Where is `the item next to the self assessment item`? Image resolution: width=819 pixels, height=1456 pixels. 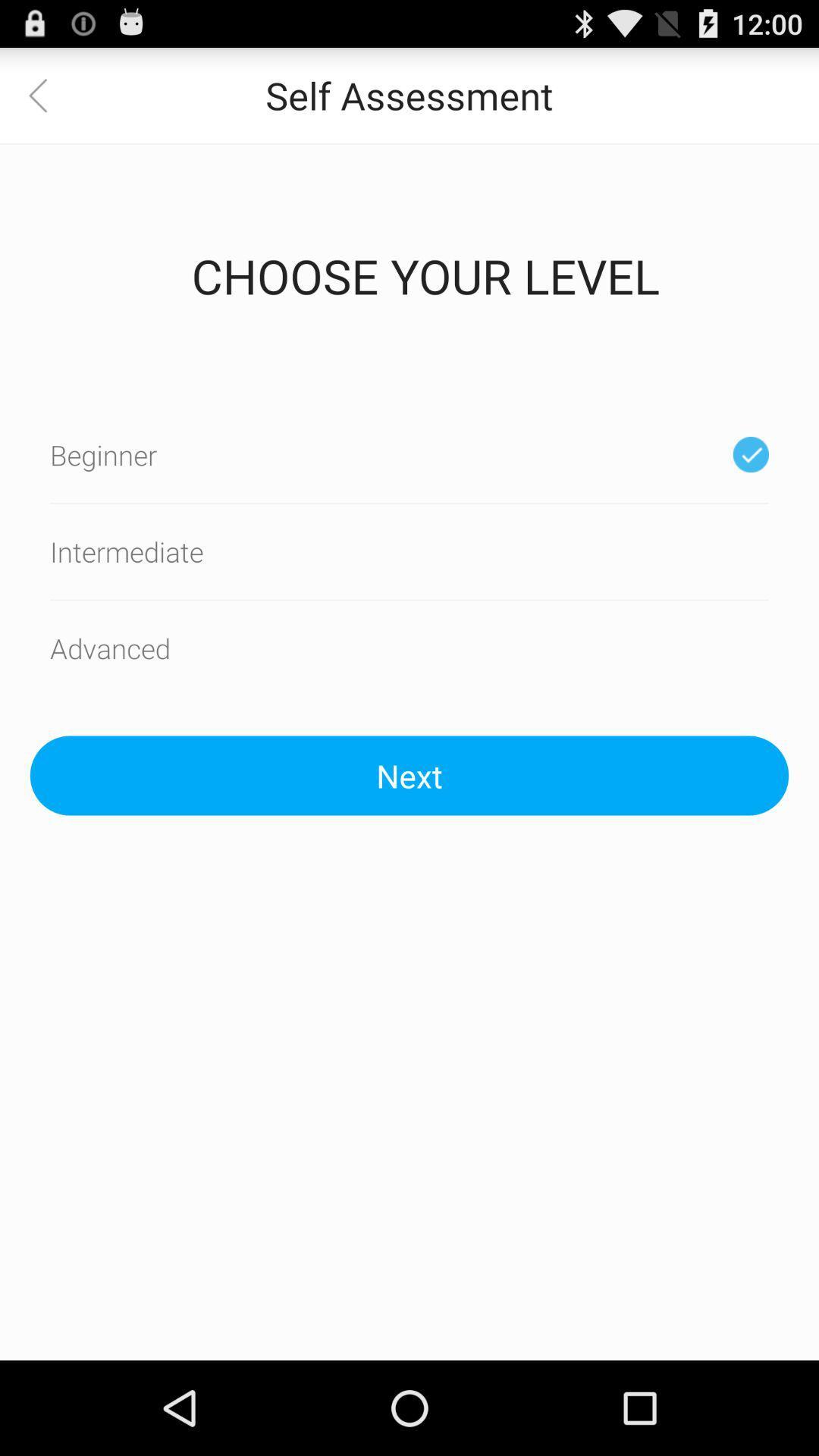 the item next to the self assessment item is located at coordinates (46, 94).